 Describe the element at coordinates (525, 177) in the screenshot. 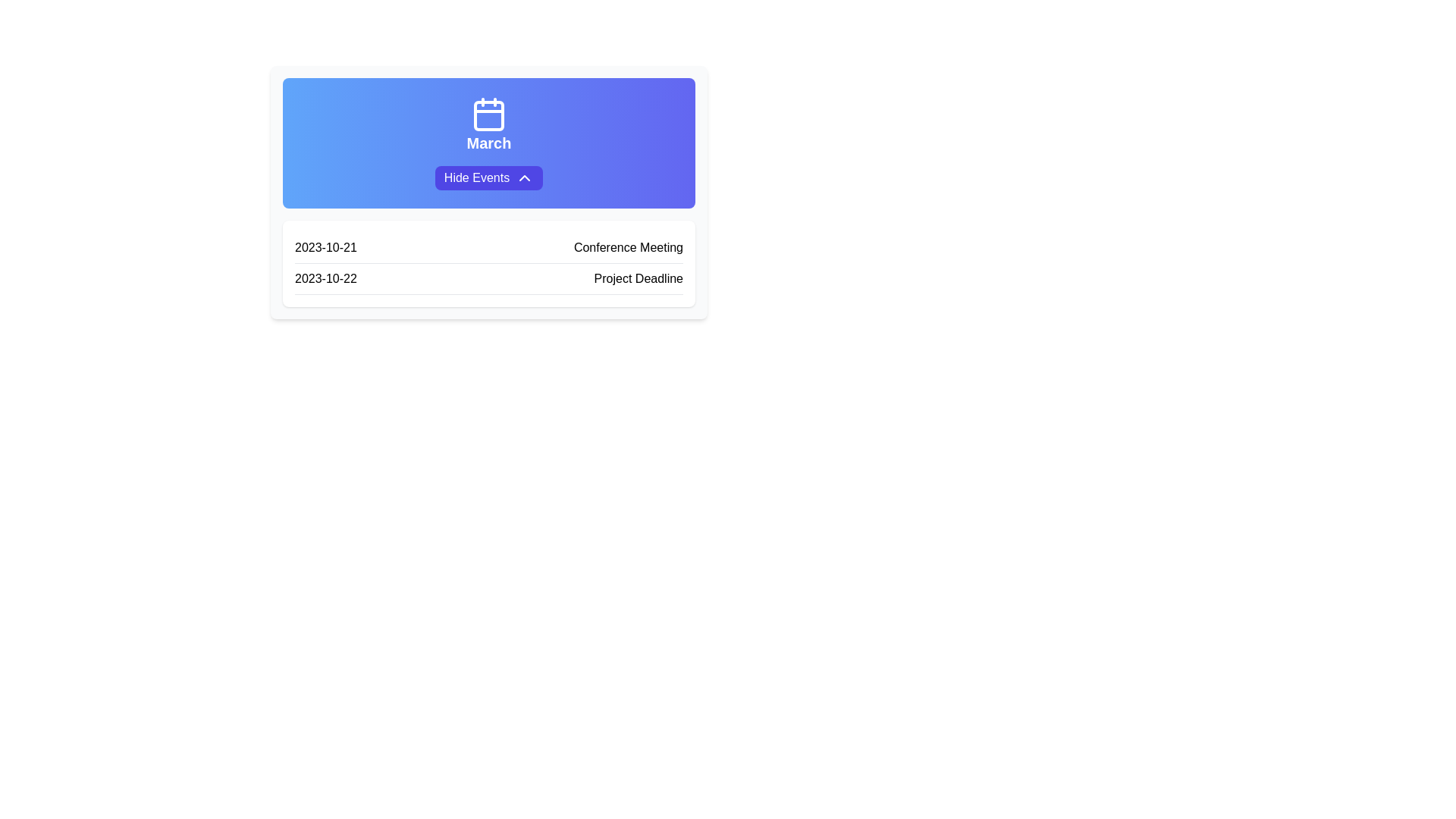

I see `the upward-pointing chevron icon located within the 'Hide Events' button, which has a blue background and is positioned below the 'March' header` at that location.